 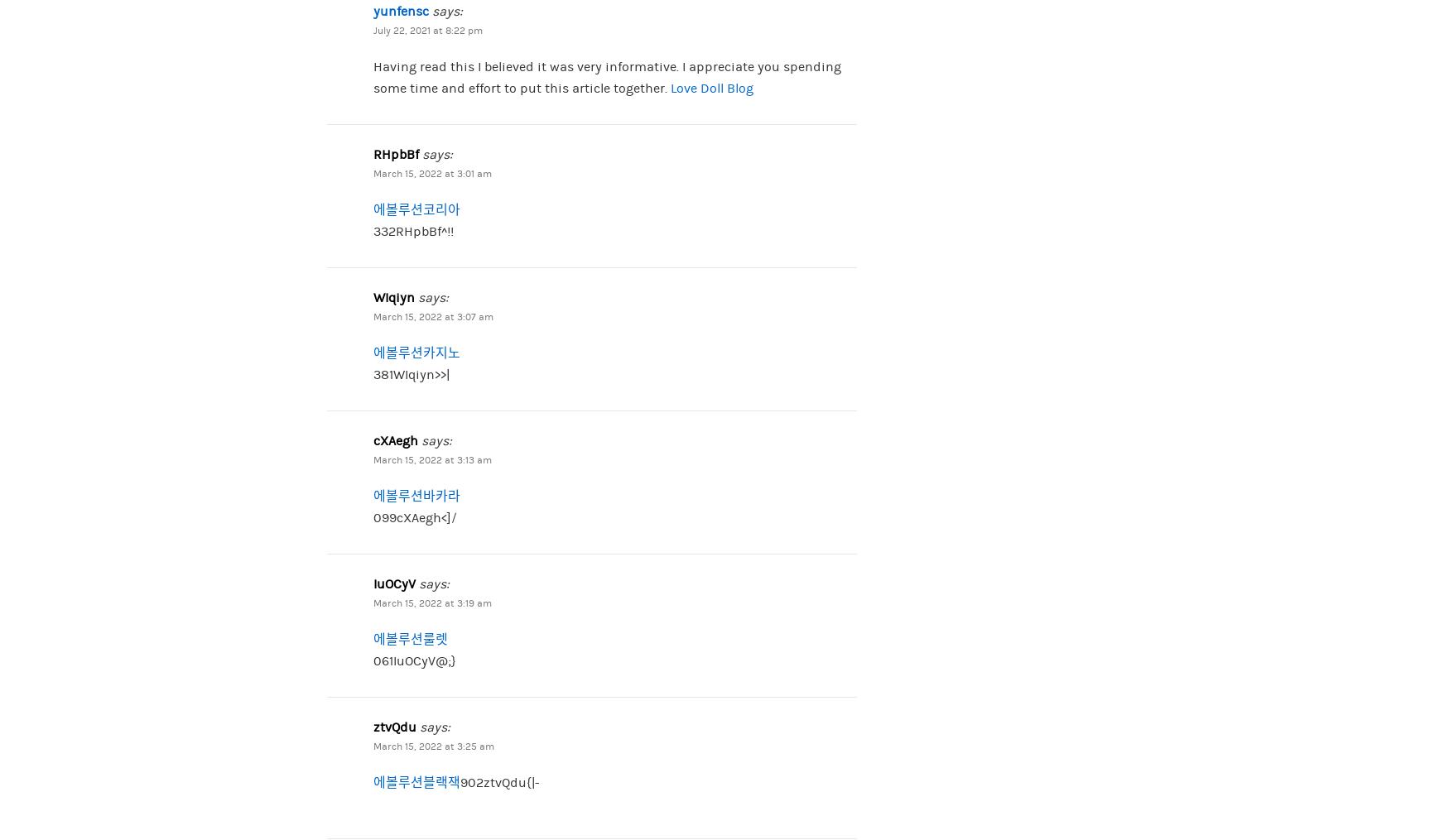 I want to click on 'March 15, 2022 at 3:19 am', so click(x=431, y=602).